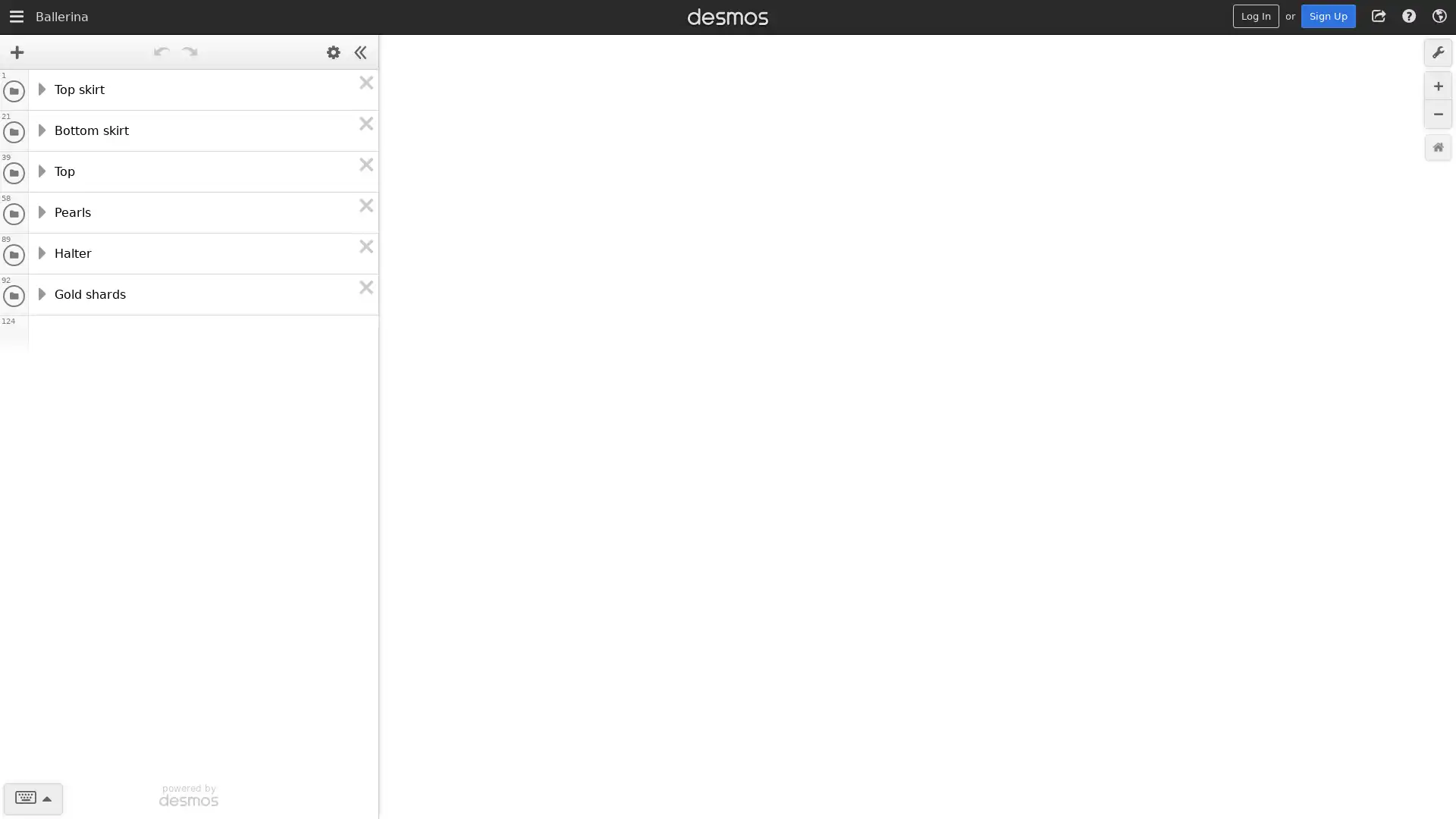  Describe the element at coordinates (14, 90) in the screenshot. I see `Hide Folder` at that location.